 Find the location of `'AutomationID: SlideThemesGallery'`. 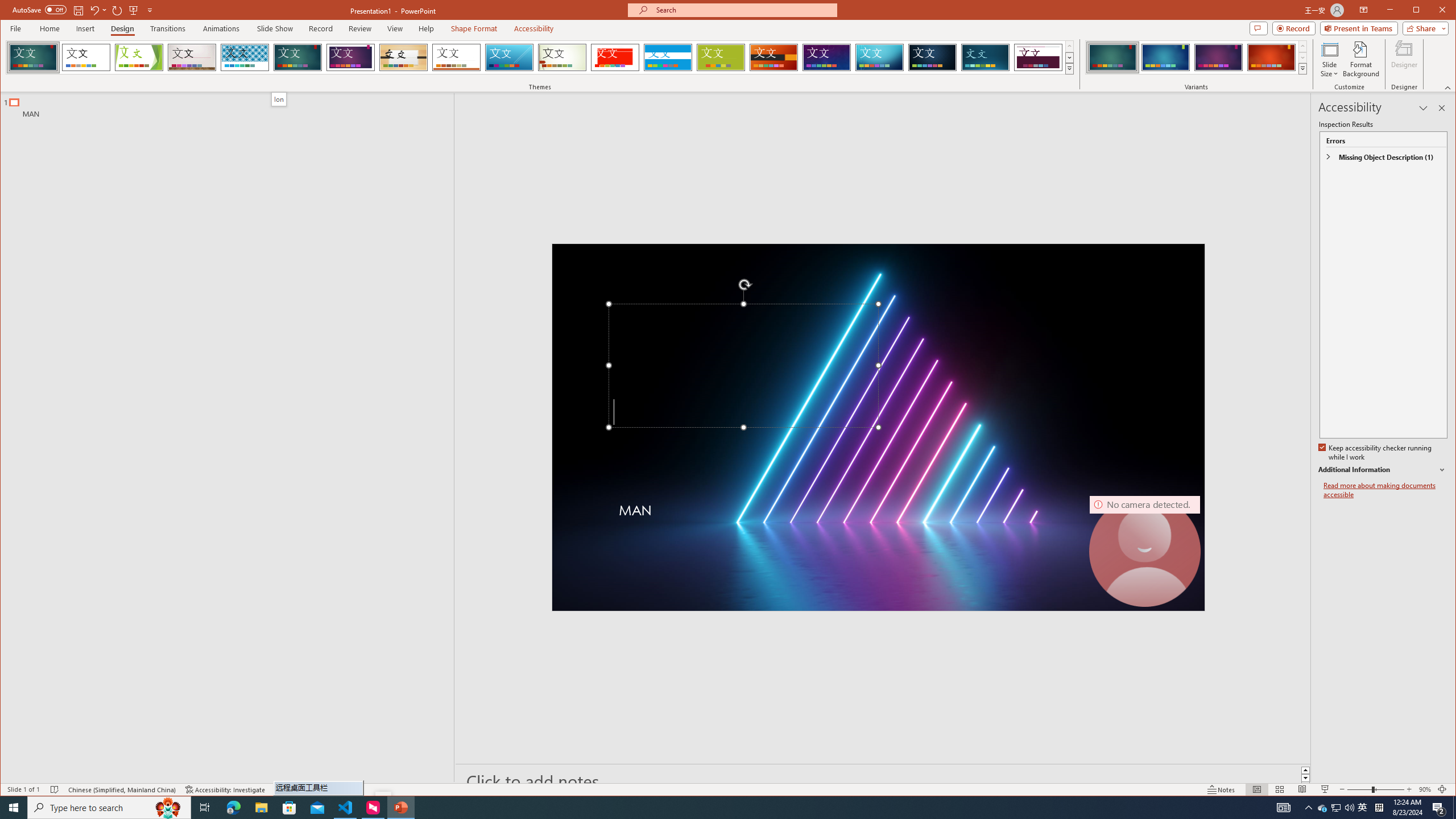

'AutomationID: SlideThemesGallery' is located at coordinates (540, 56).